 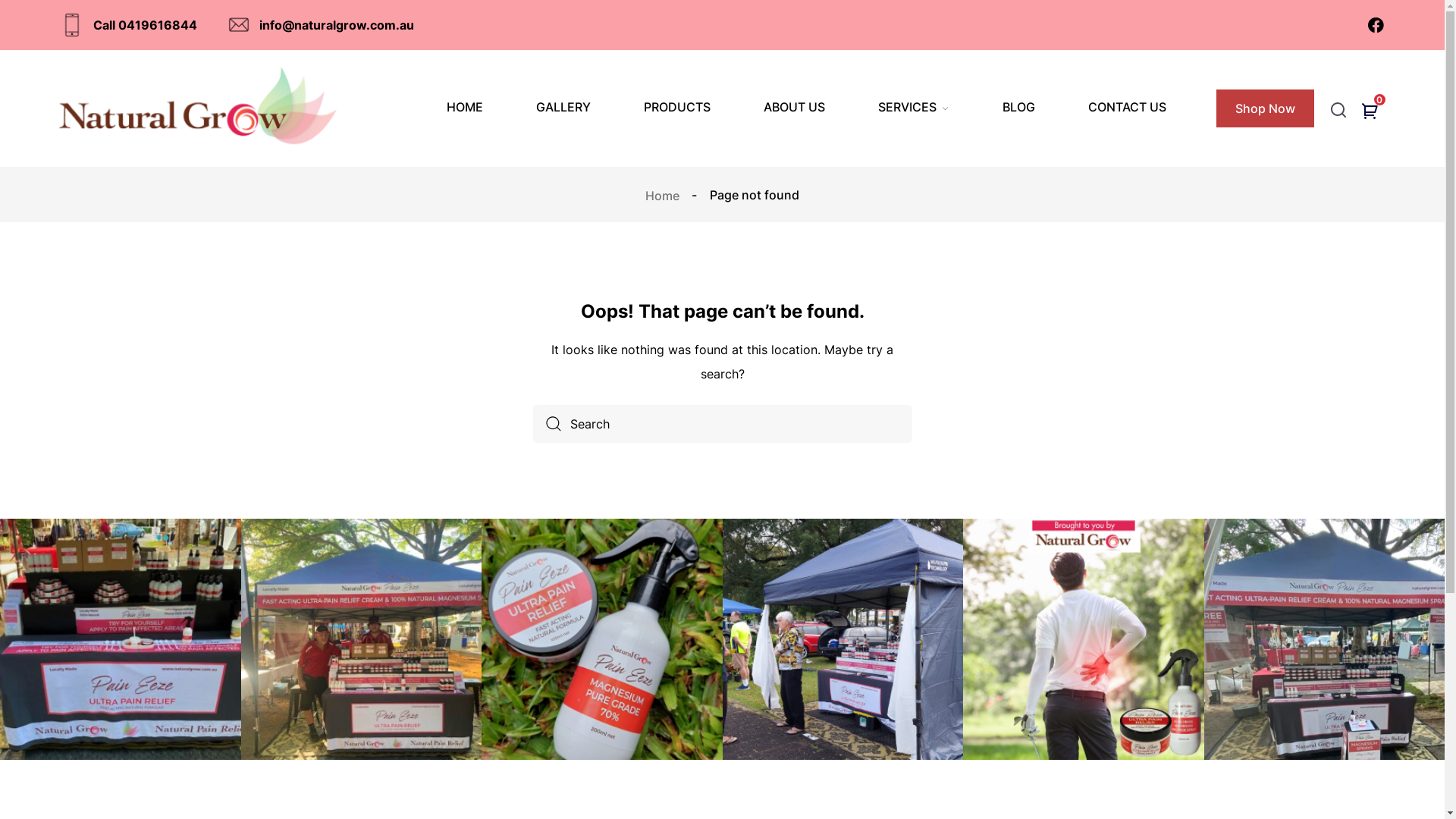 What do you see at coordinates (464, 106) in the screenshot?
I see `'HOME'` at bounding box center [464, 106].